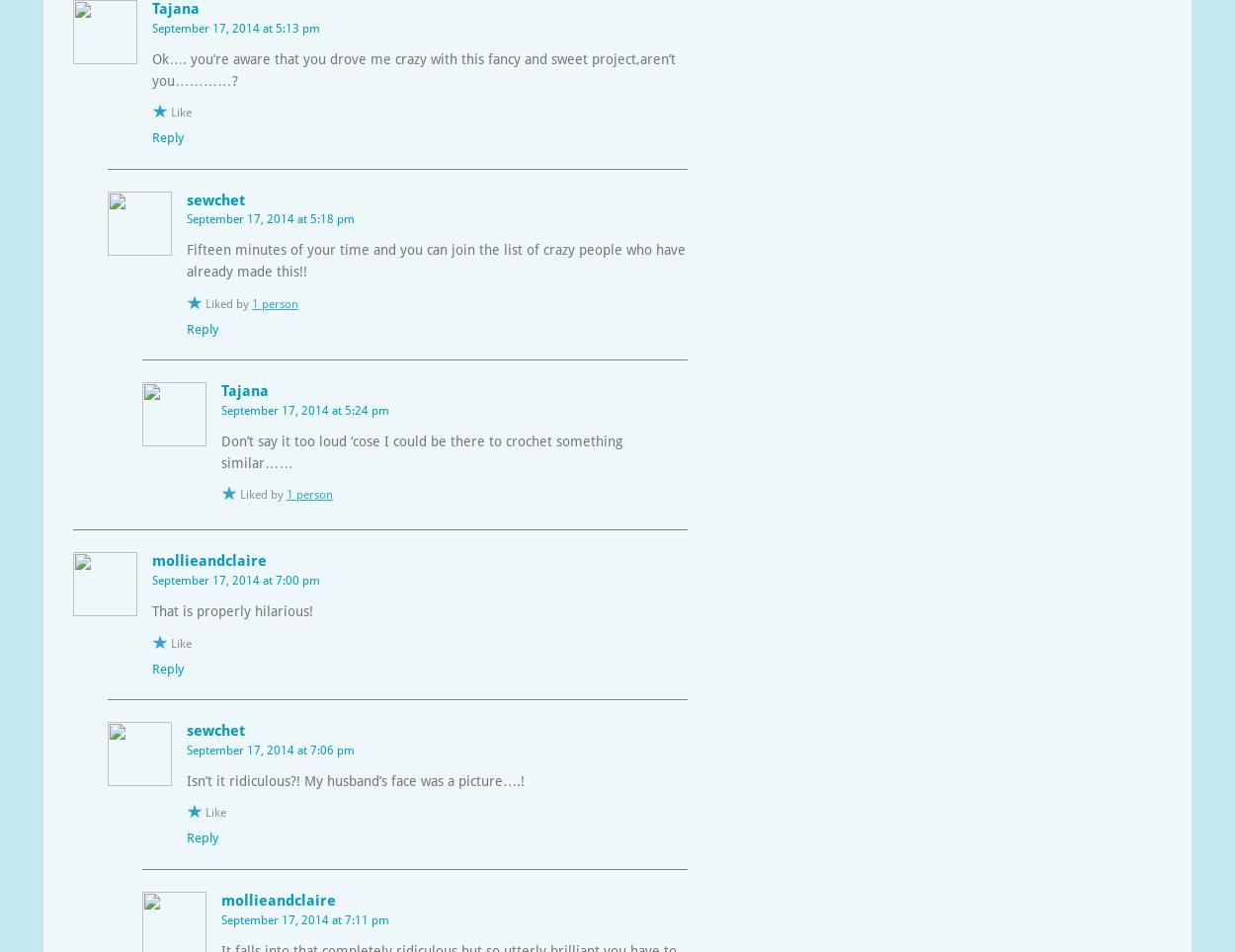 This screenshot has width=1235, height=952. What do you see at coordinates (235, 578) in the screenshot?
I see `'September 17, 2014 at 7:00 pm'` at bounding box center [235, 578].